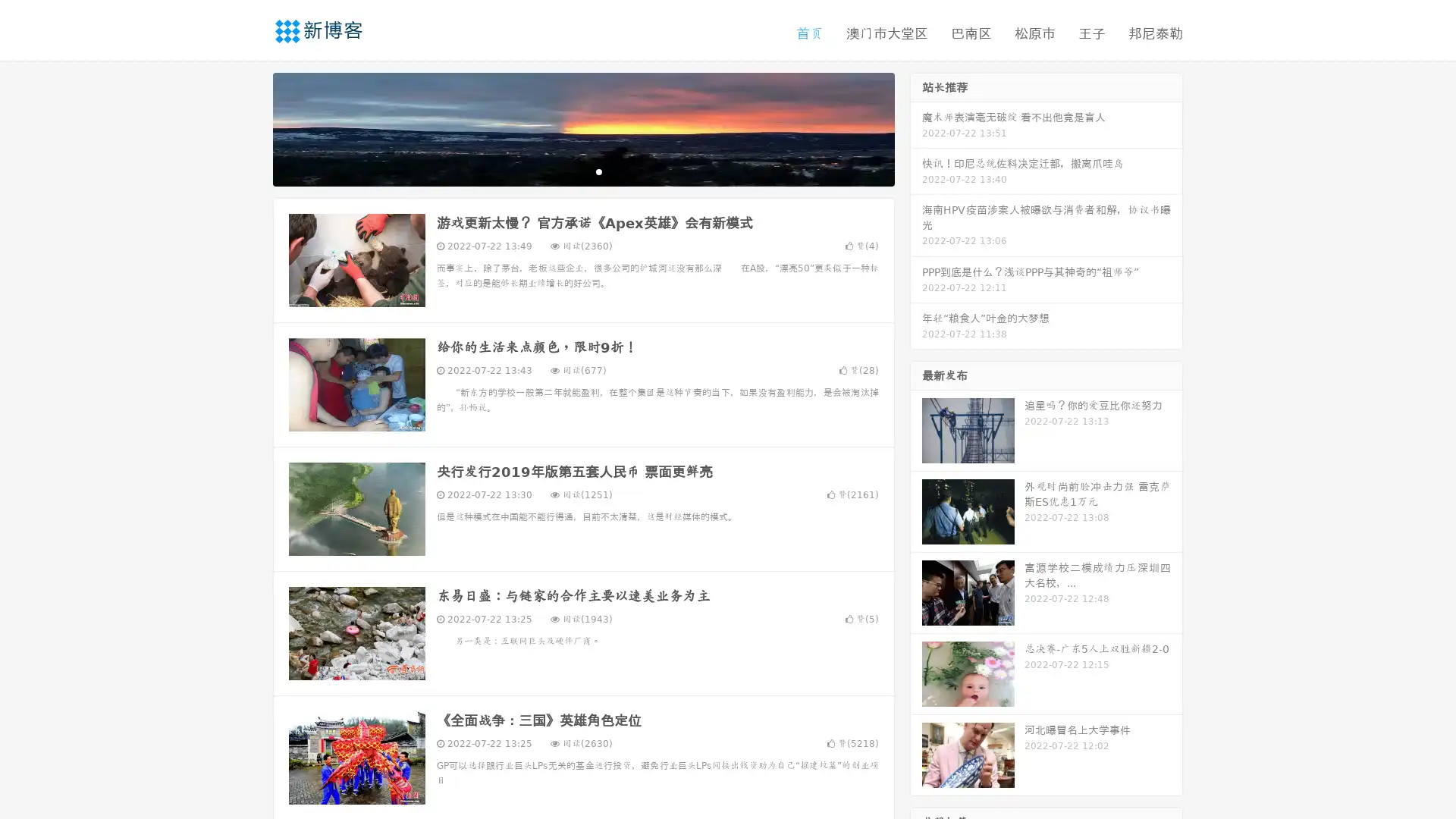  Describe the element at coordinates (567, 171) in the screenshot. I see `Go to slide 1` at that location.